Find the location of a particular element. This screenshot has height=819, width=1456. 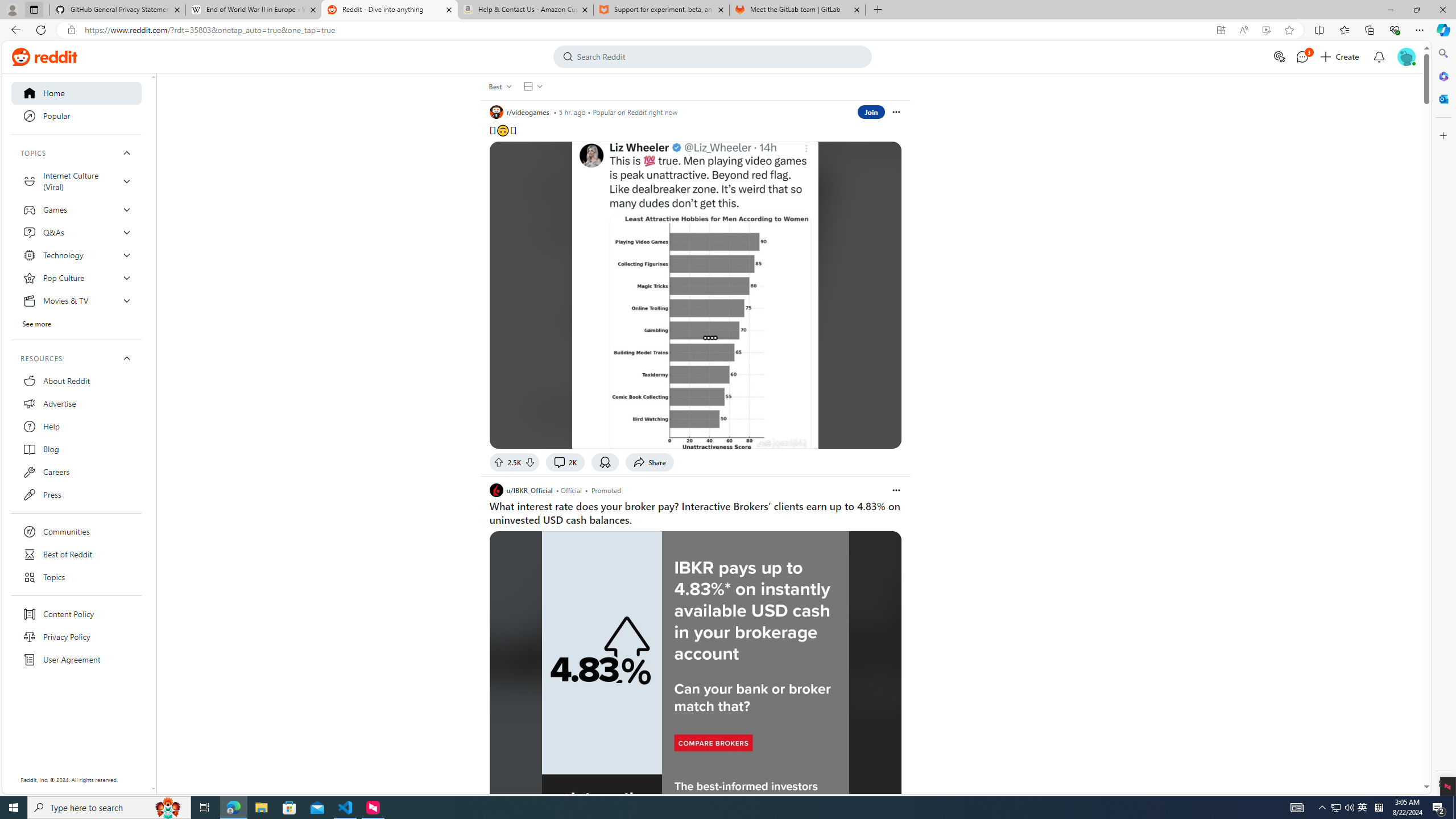

'TOPICS' is located at coordinates (76, 152).